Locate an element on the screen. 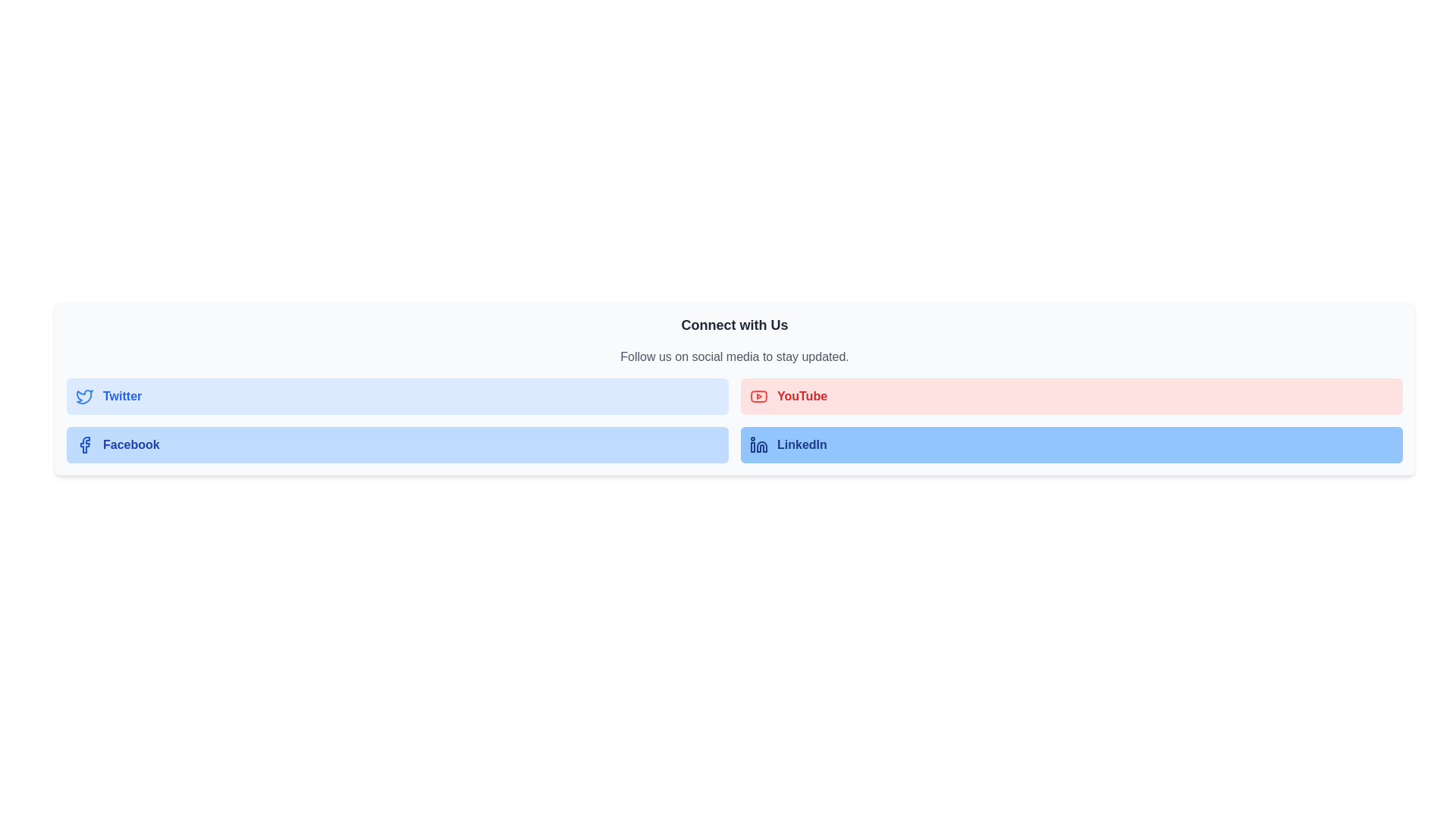  the Twitter navigation button located in the top-left quadrant of the interface is located at coordinates (397, 396).